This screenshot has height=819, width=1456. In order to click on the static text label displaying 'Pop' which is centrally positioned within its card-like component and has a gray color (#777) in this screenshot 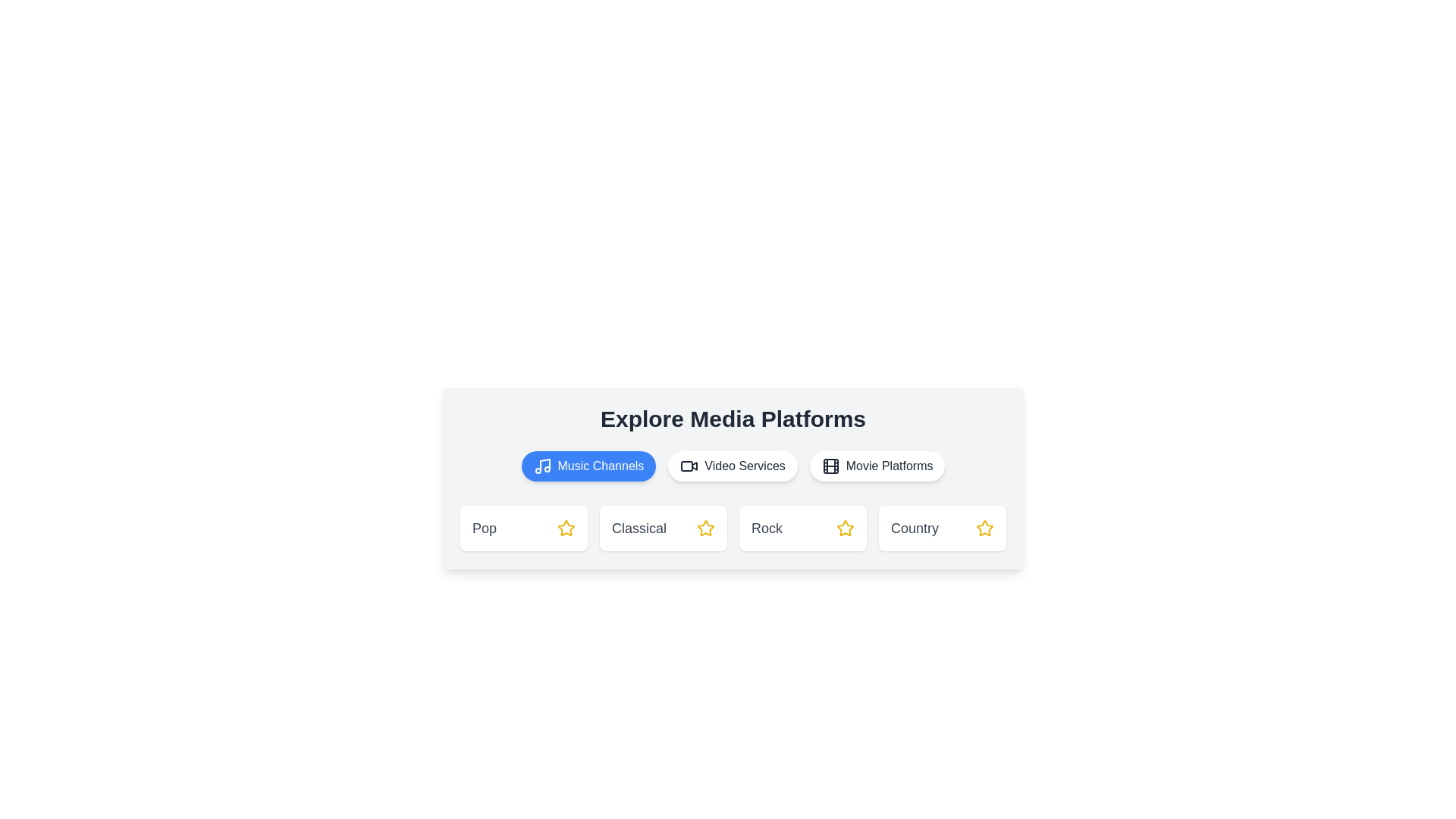, I will do `click(483, 528)`.